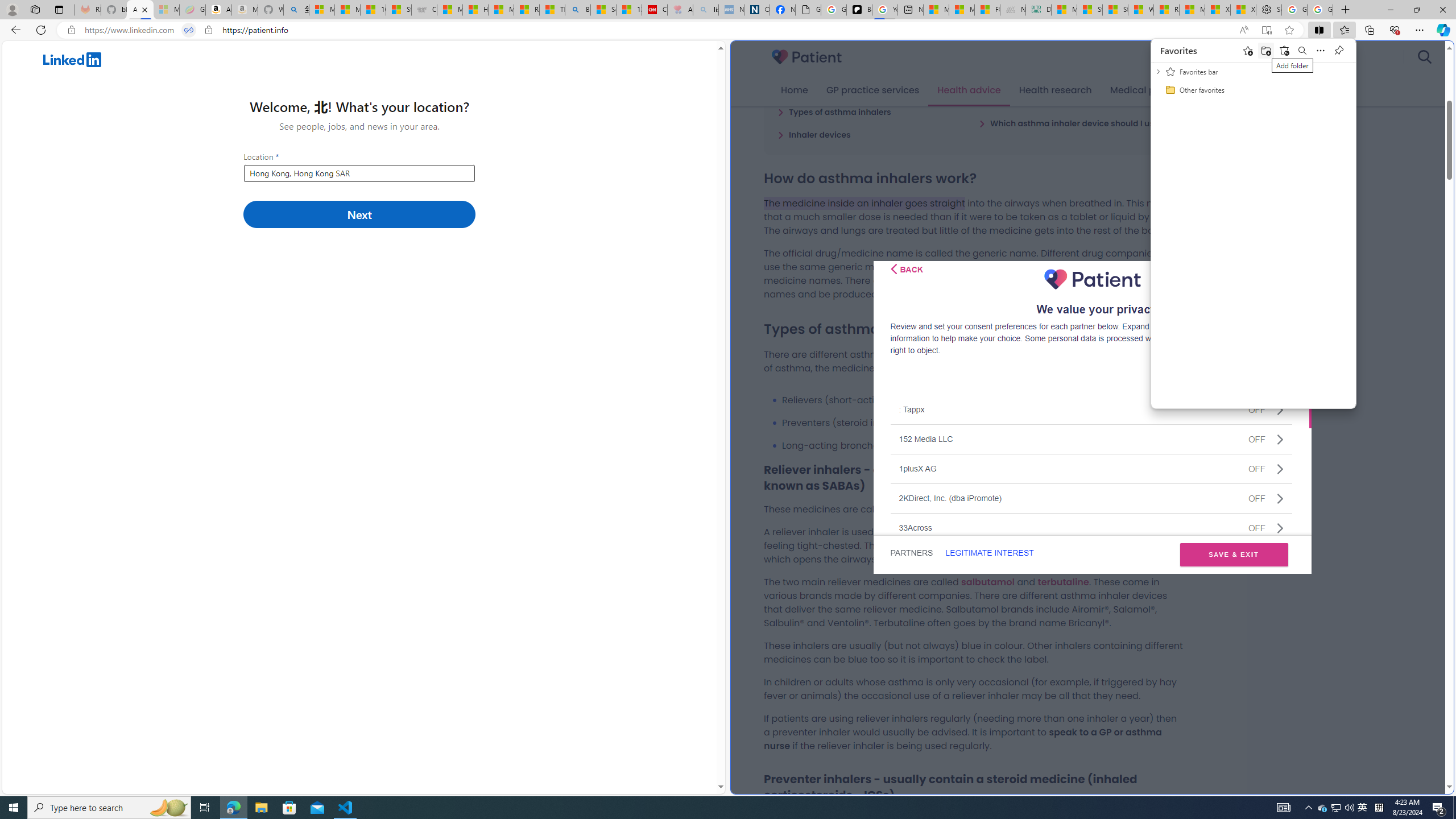 Image resolution: width=1456 pixels, height=819 pixels. What do you see at coordinates (1301, 50) in the screenshot?
I see `'Search favorites'` at bounding box center [1301, 50].